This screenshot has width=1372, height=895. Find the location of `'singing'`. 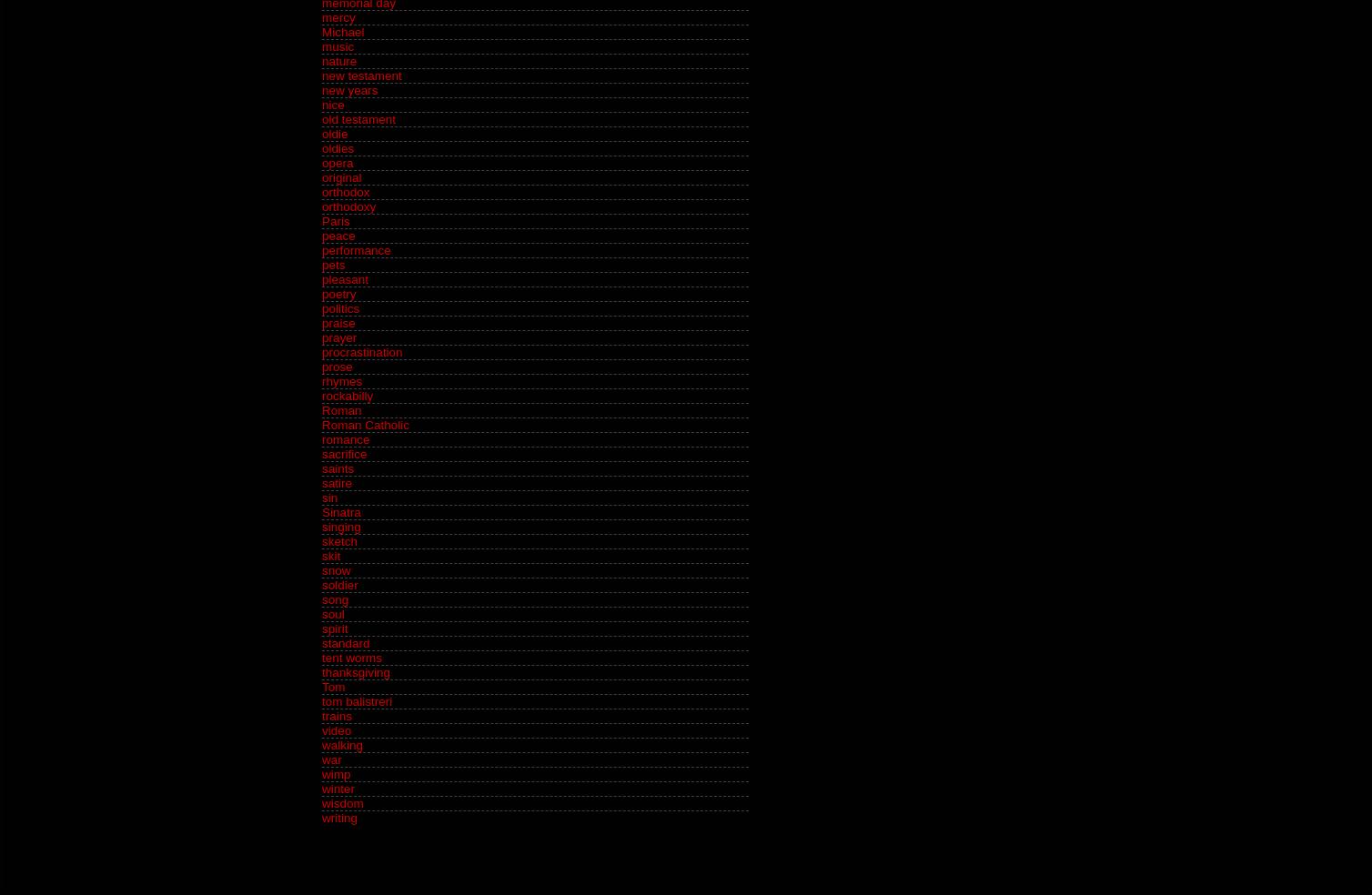

'singing' is located at coordinates (340, 526).